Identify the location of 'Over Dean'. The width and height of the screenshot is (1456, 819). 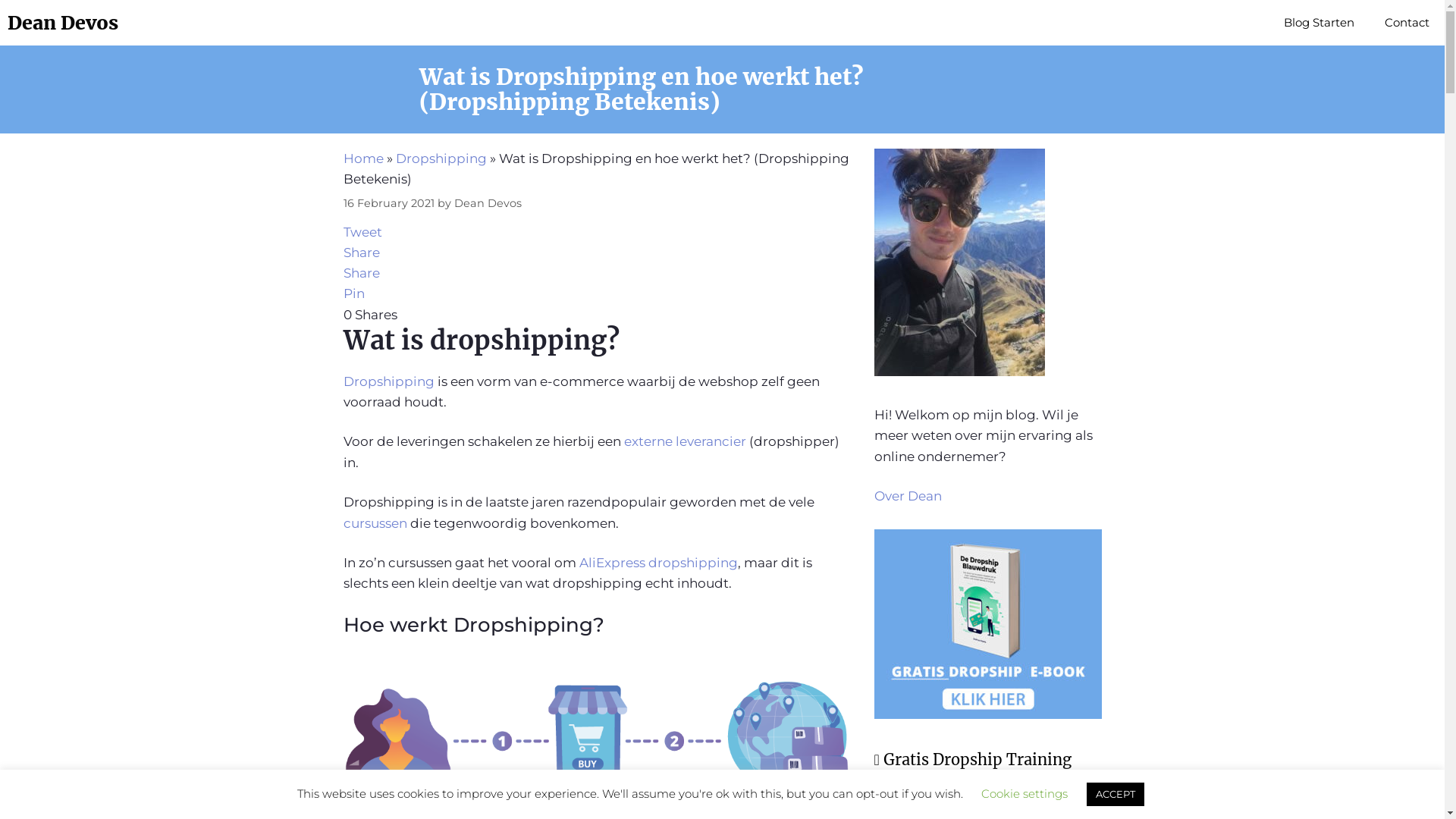
(907, 496).